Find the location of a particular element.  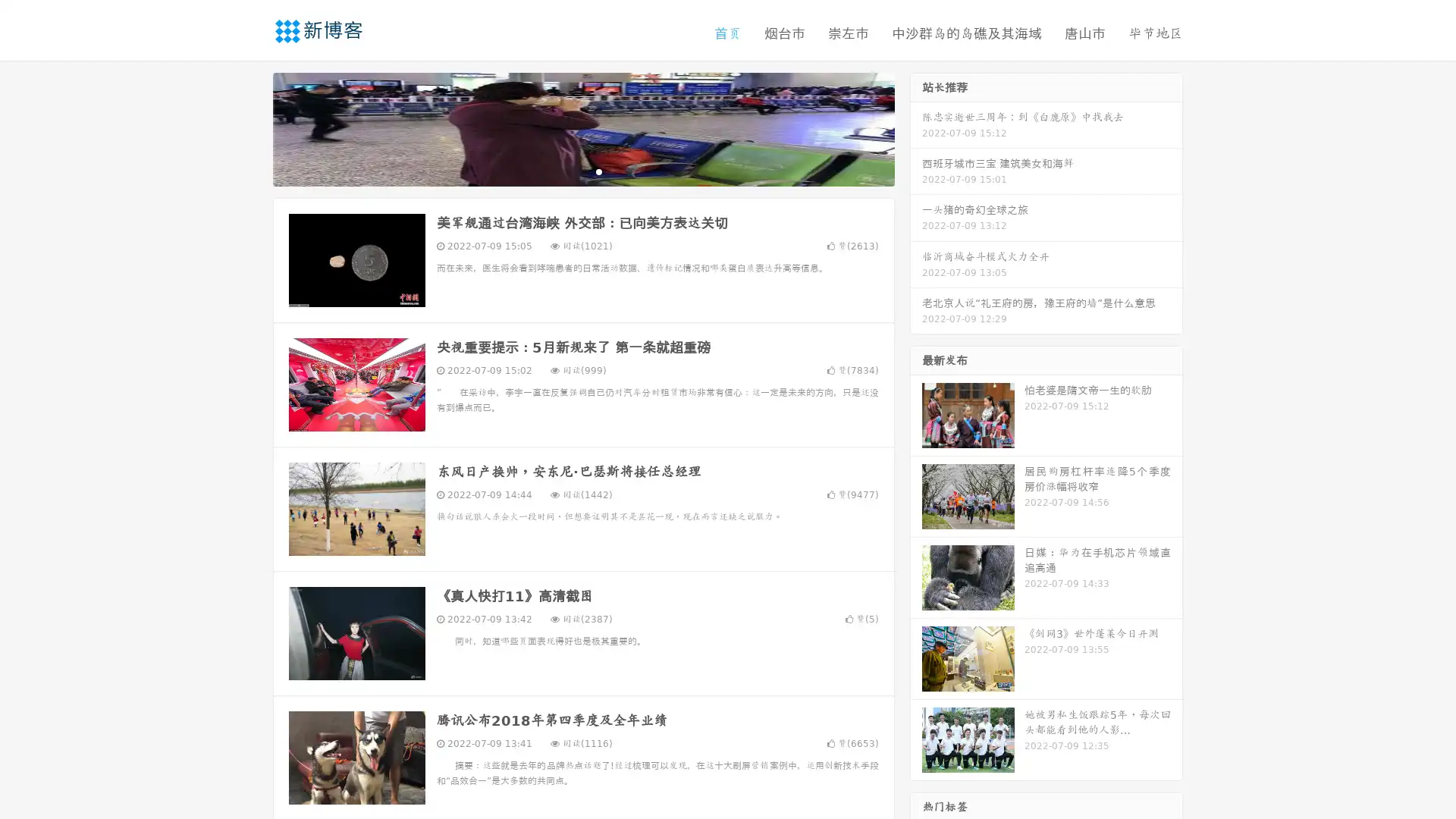

Previous slide is located at coordinates (250, 127).